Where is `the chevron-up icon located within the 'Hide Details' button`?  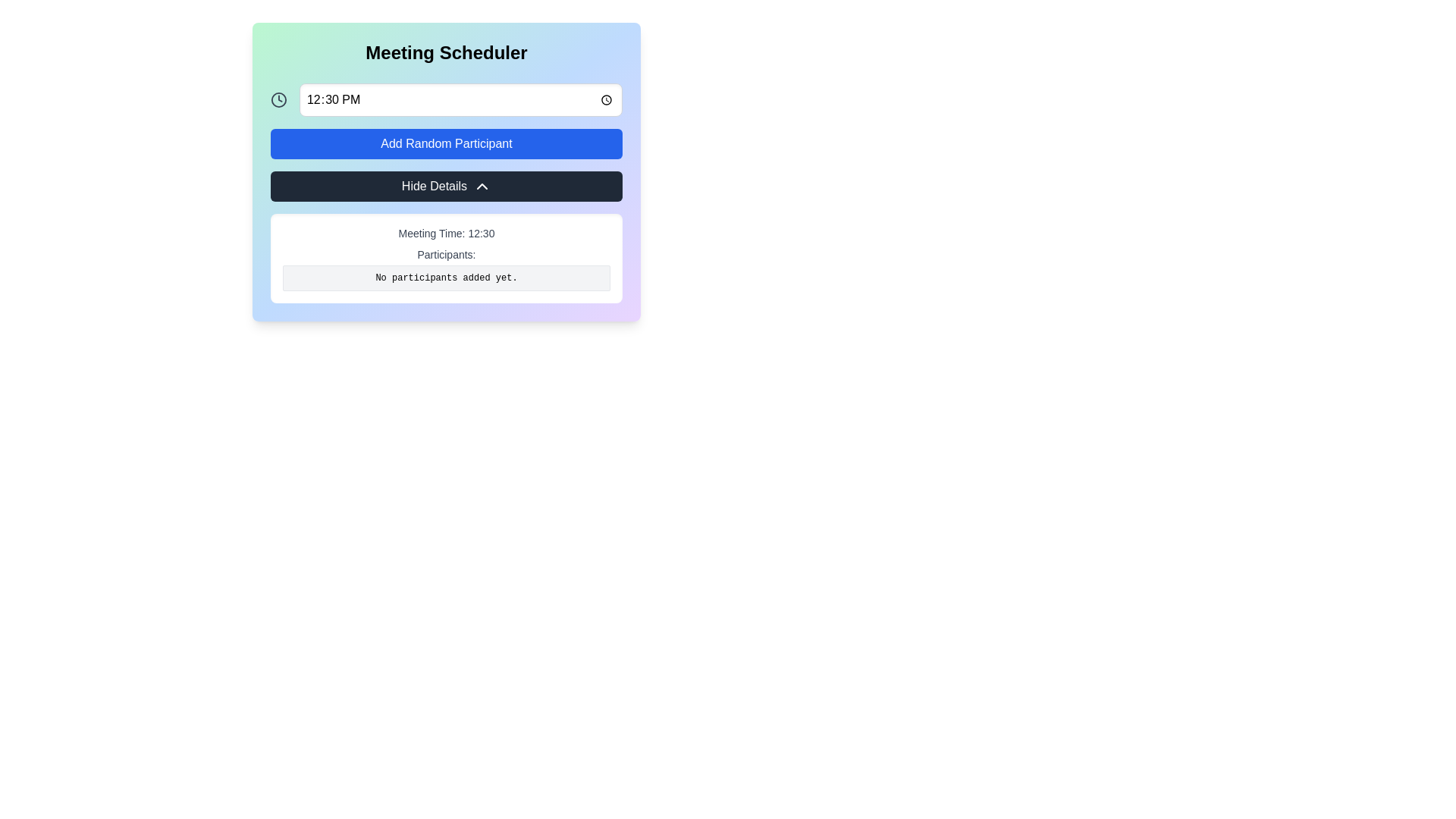 the chevron-up icon located within the 'Hide Details' button is located at coordinates (481, 186).